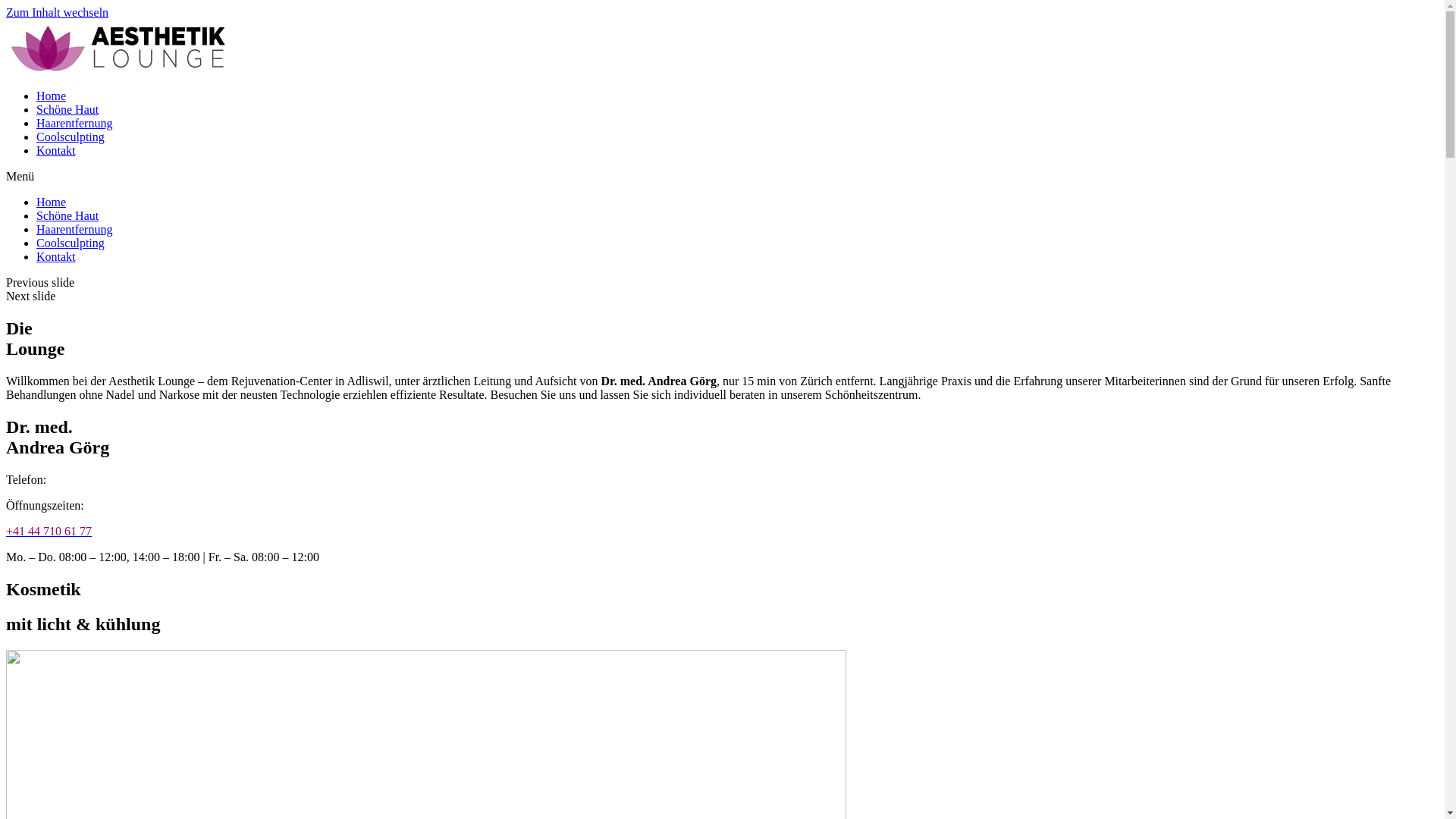  I want to click on 'Haarentfernung', so click(73, 122).